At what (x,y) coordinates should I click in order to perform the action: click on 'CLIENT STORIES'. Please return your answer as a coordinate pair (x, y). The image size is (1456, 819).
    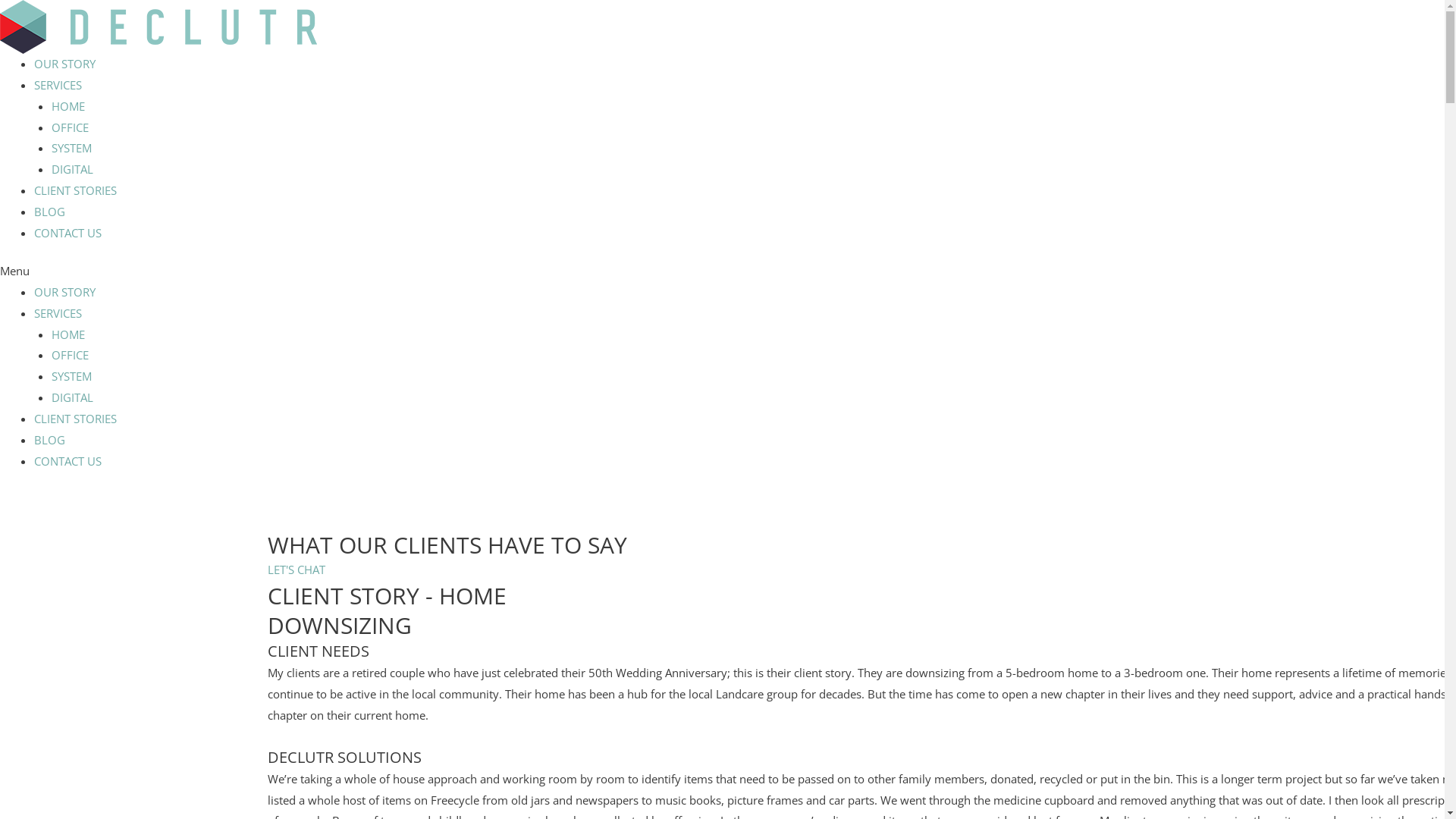
    Looking at the image, I should click on (33, 189).